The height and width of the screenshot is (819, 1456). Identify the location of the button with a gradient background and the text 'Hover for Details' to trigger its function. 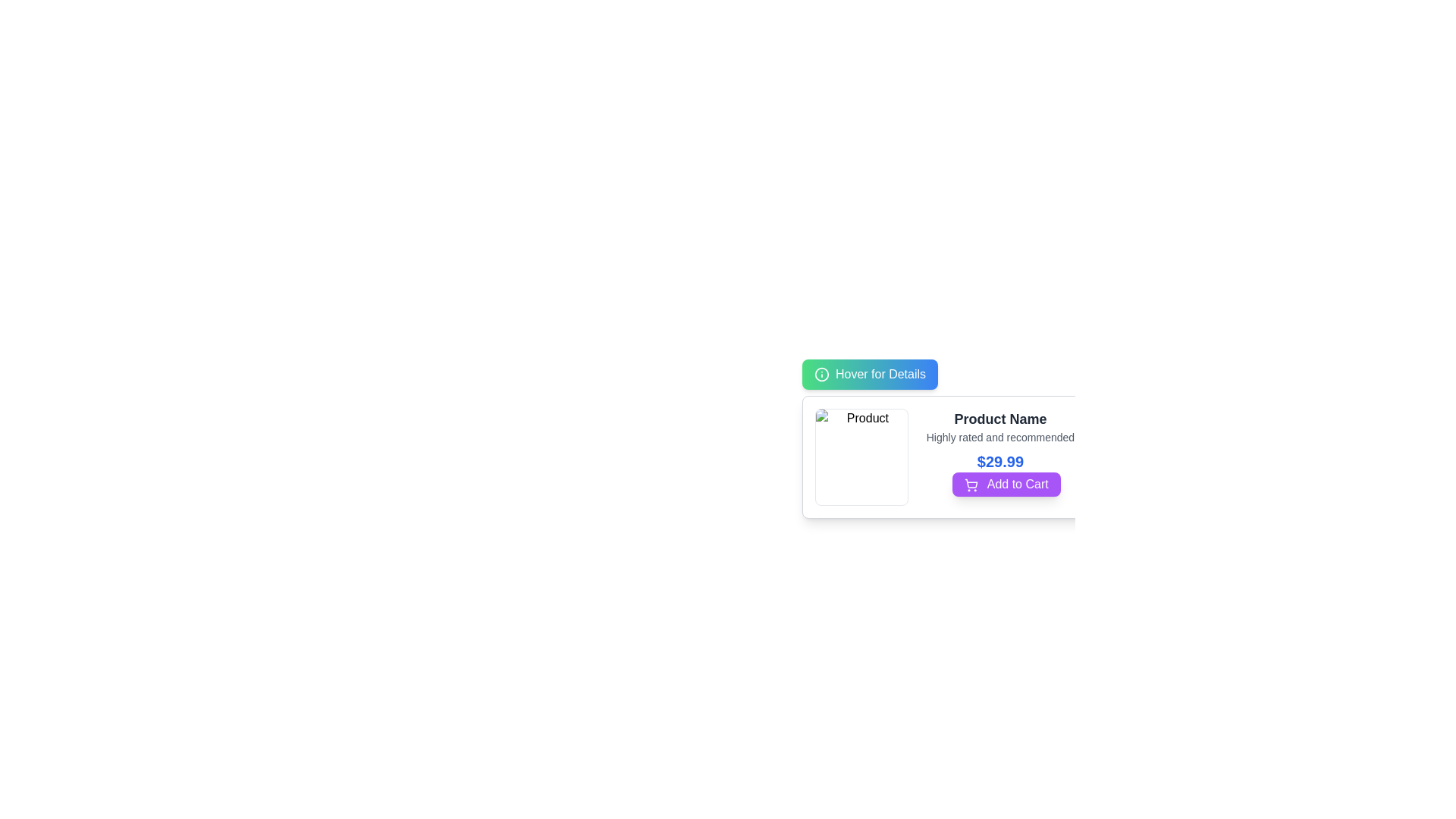
(870, 374).